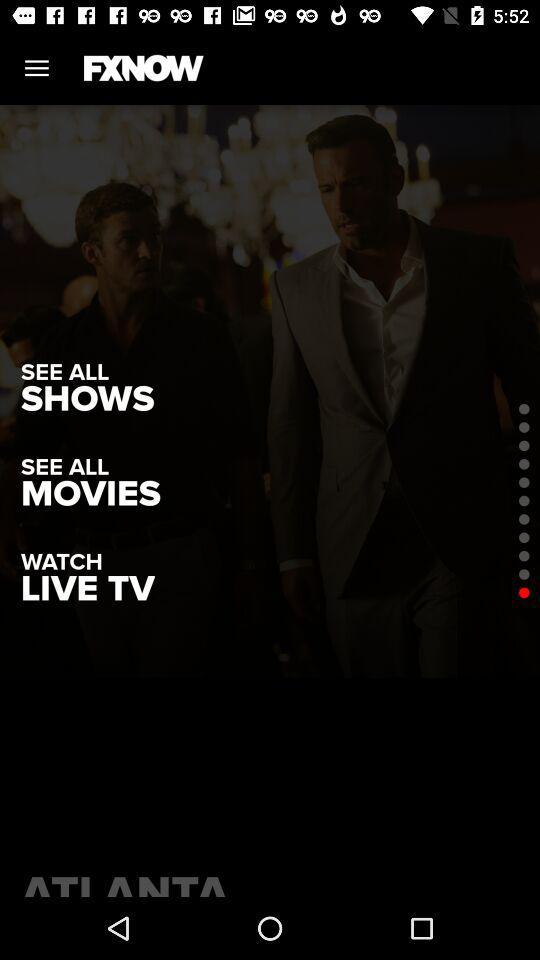 This screenshot has height=960, width=540. I want to click on live tv, so click(86, 589).